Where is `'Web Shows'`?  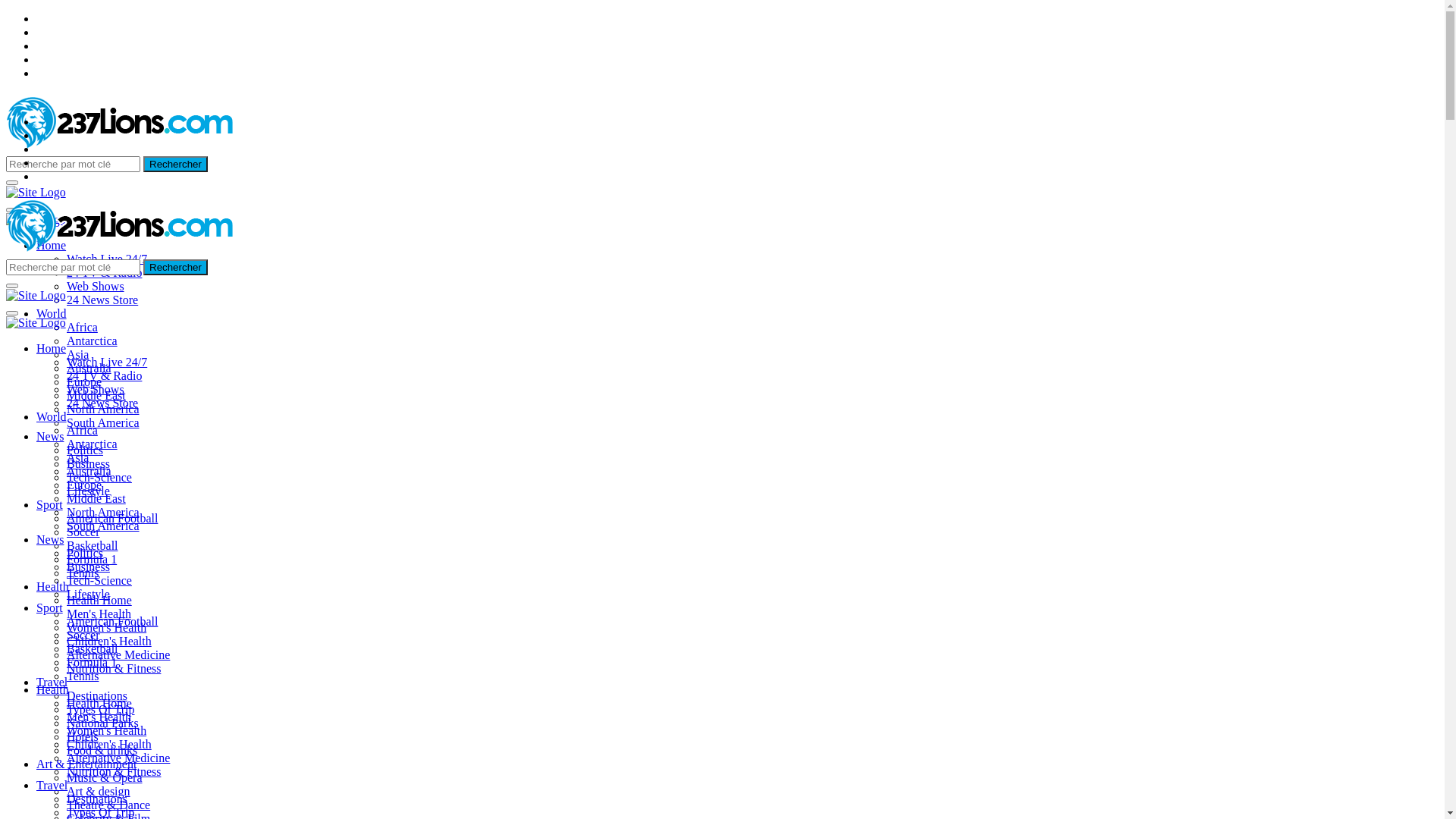
'Web Shows' is located at coordinates (94, 286).